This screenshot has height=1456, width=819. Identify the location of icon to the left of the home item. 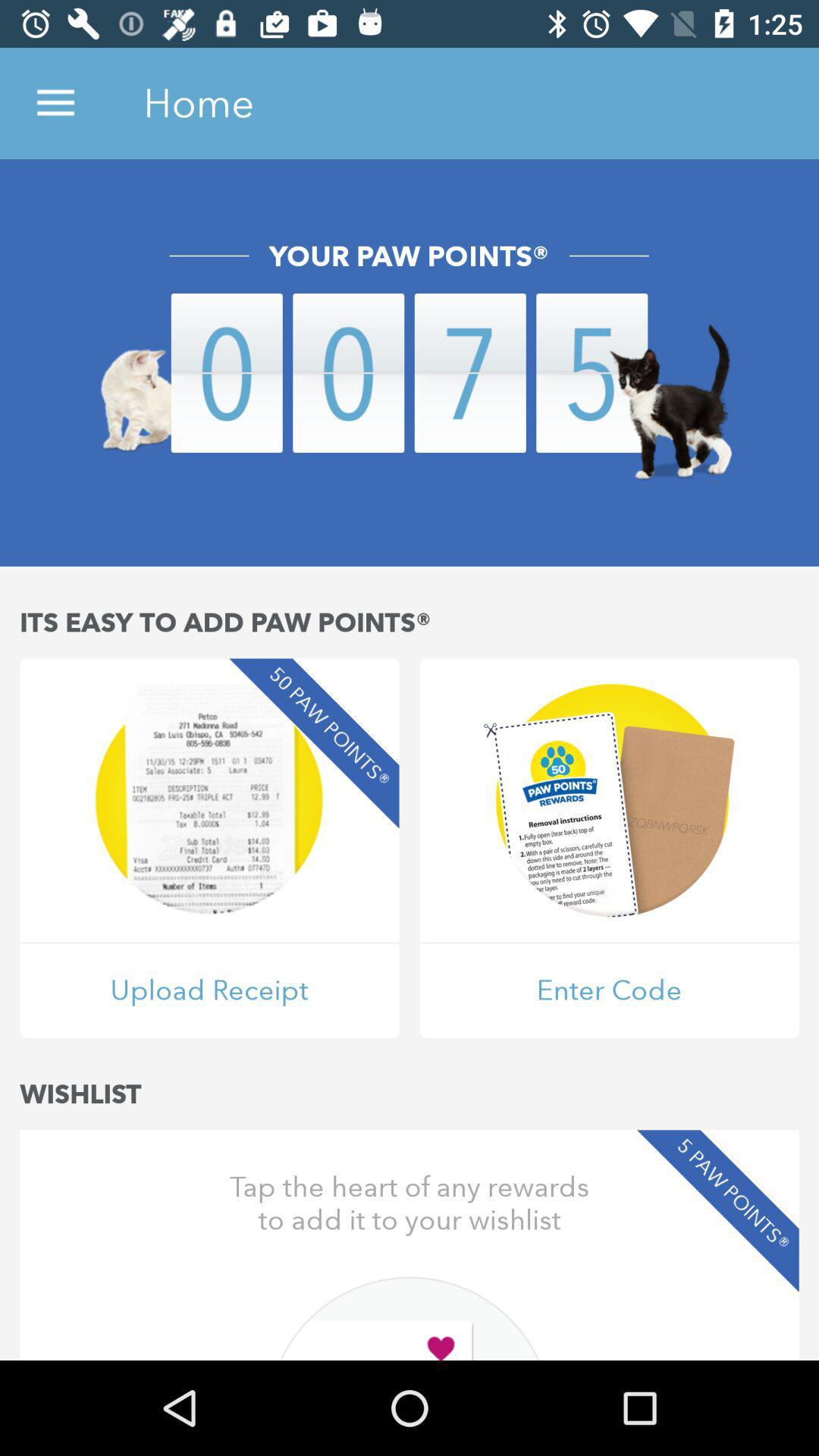
(55, 102).